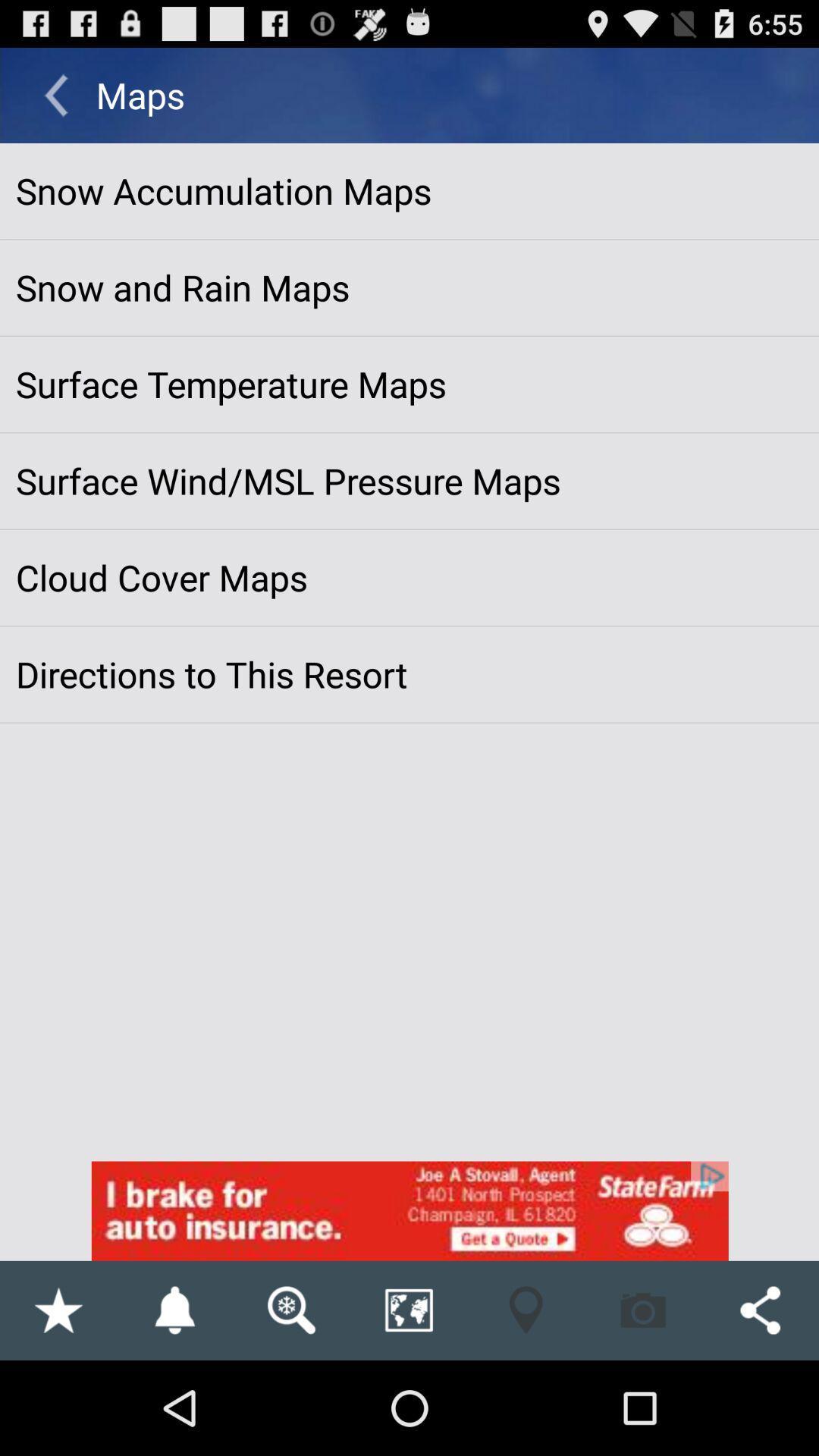 The image size is (819, 1456). I want to click on the arrow above the top left of the page, so click(55, 94).